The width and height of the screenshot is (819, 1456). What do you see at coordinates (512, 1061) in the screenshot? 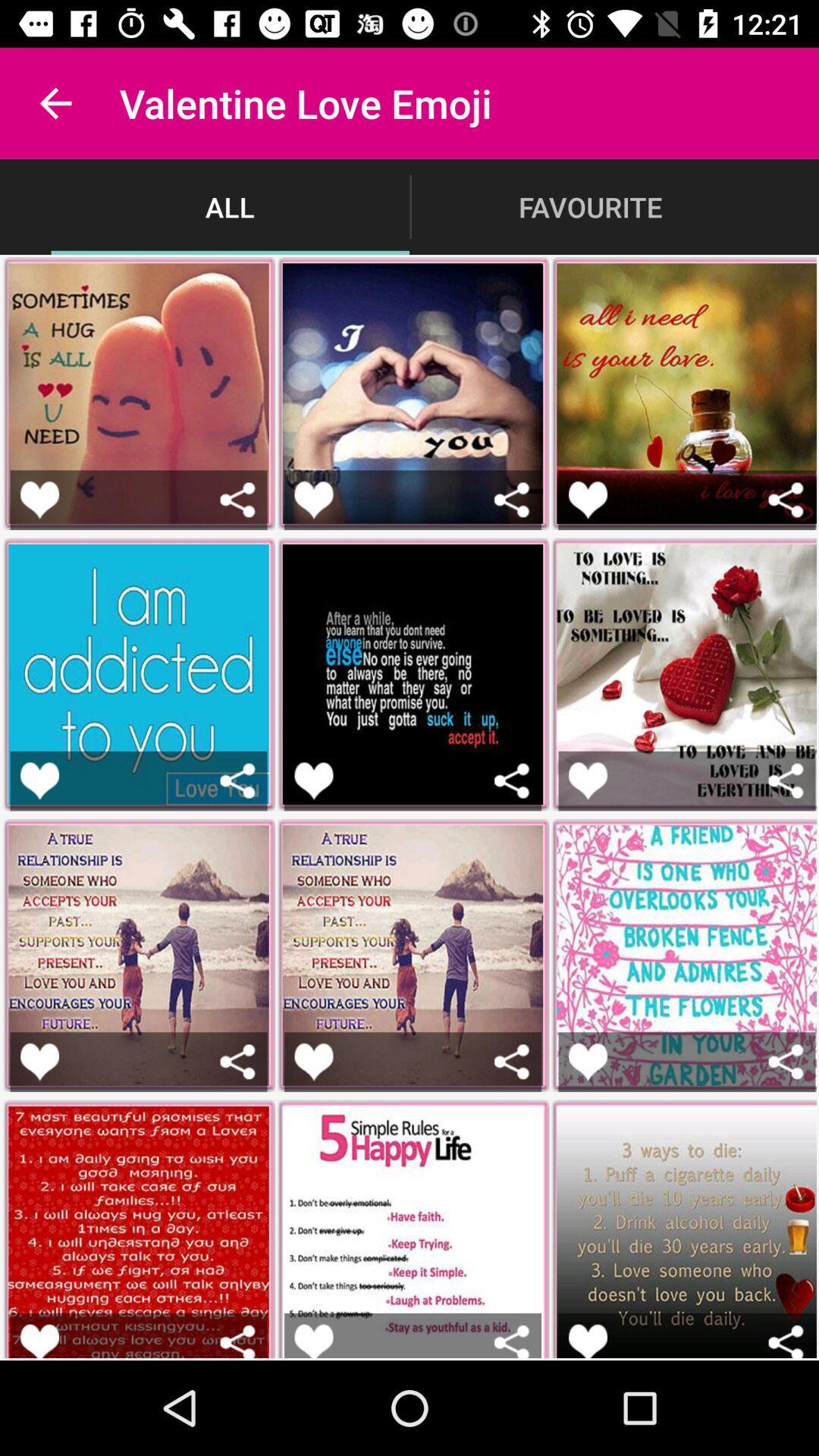
I see `share the image` at bounding box center [512, 1061].